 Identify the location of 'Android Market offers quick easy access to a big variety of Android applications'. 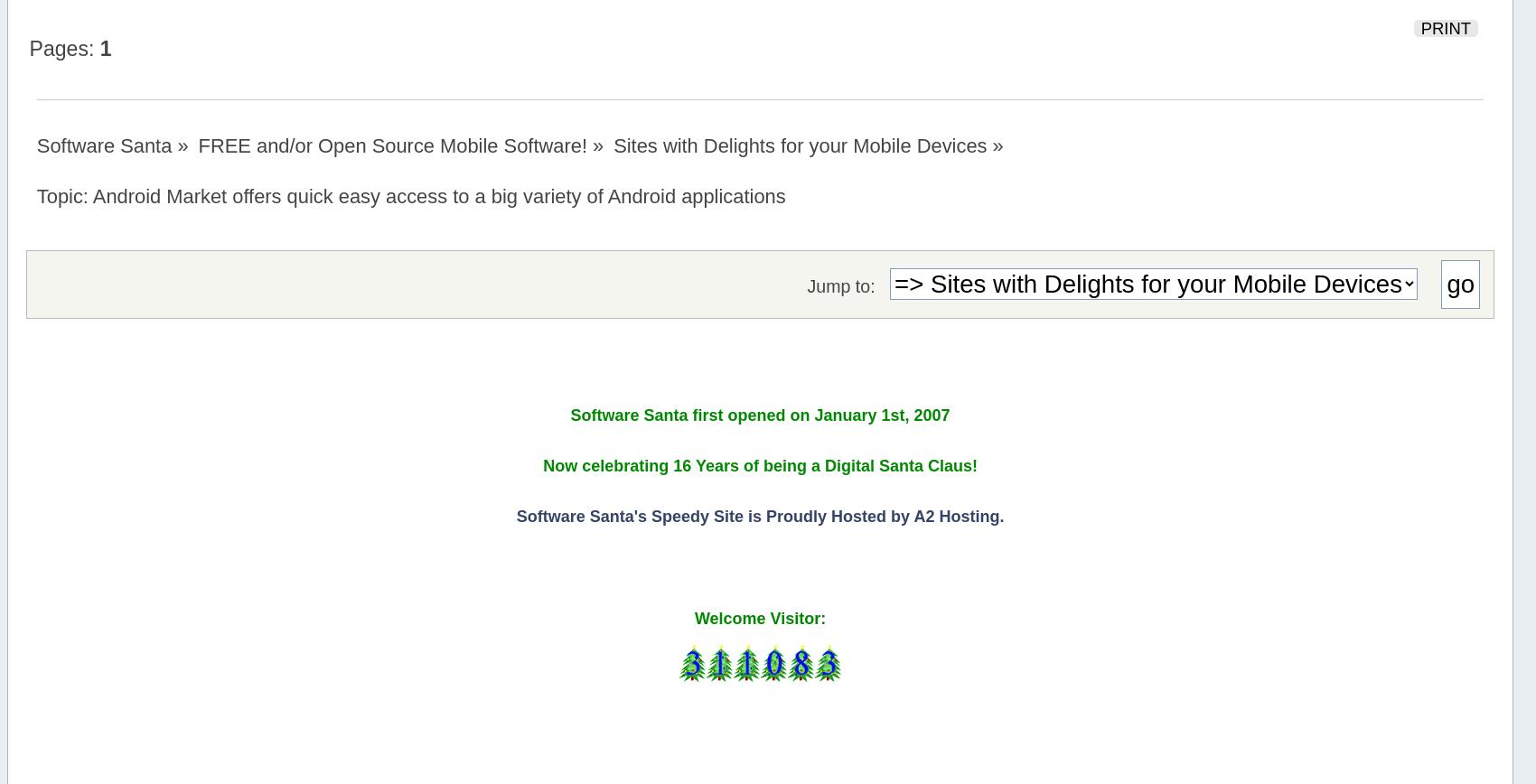
(438, 196).